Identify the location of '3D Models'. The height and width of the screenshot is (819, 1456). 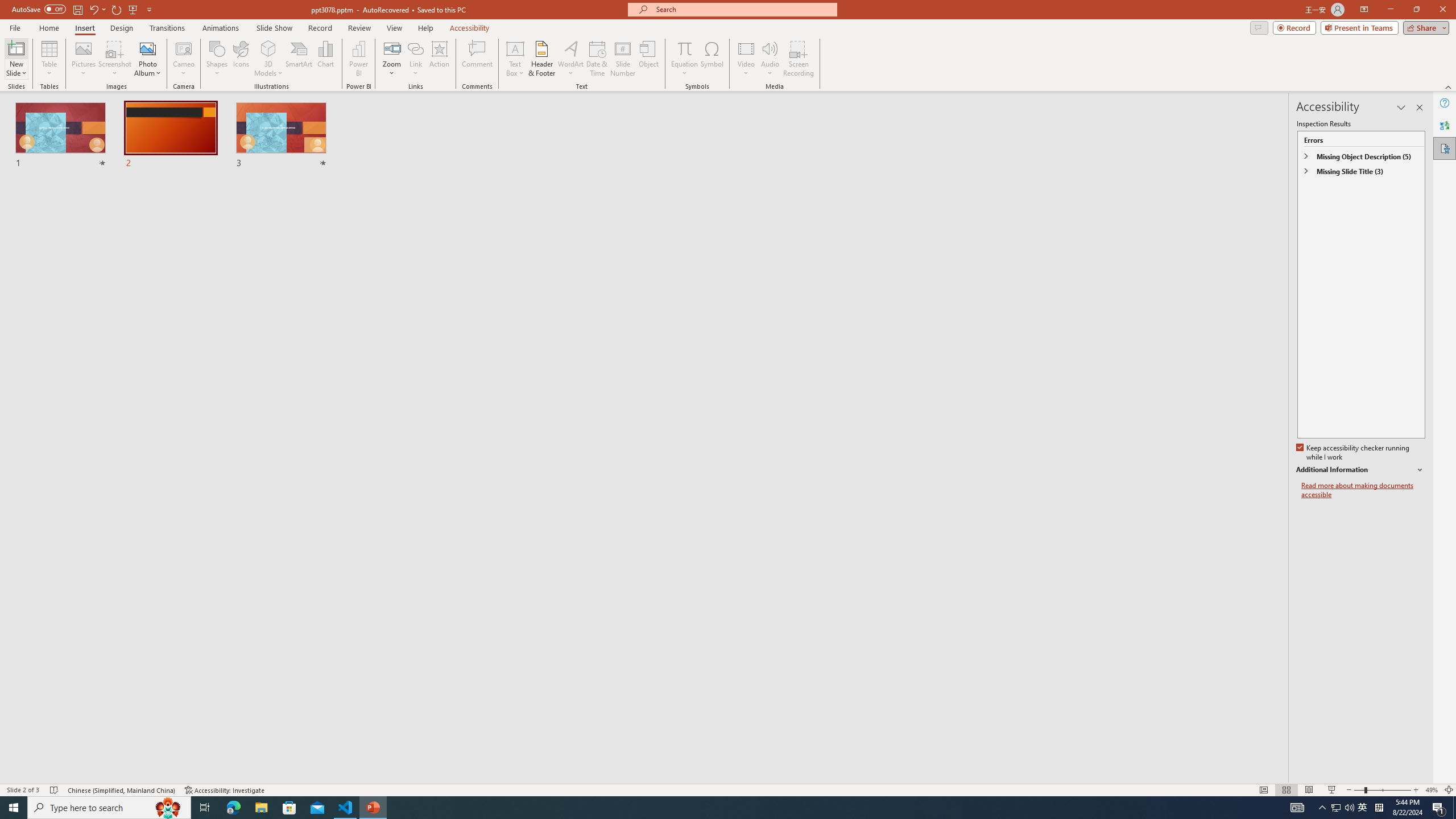
(268, 59).